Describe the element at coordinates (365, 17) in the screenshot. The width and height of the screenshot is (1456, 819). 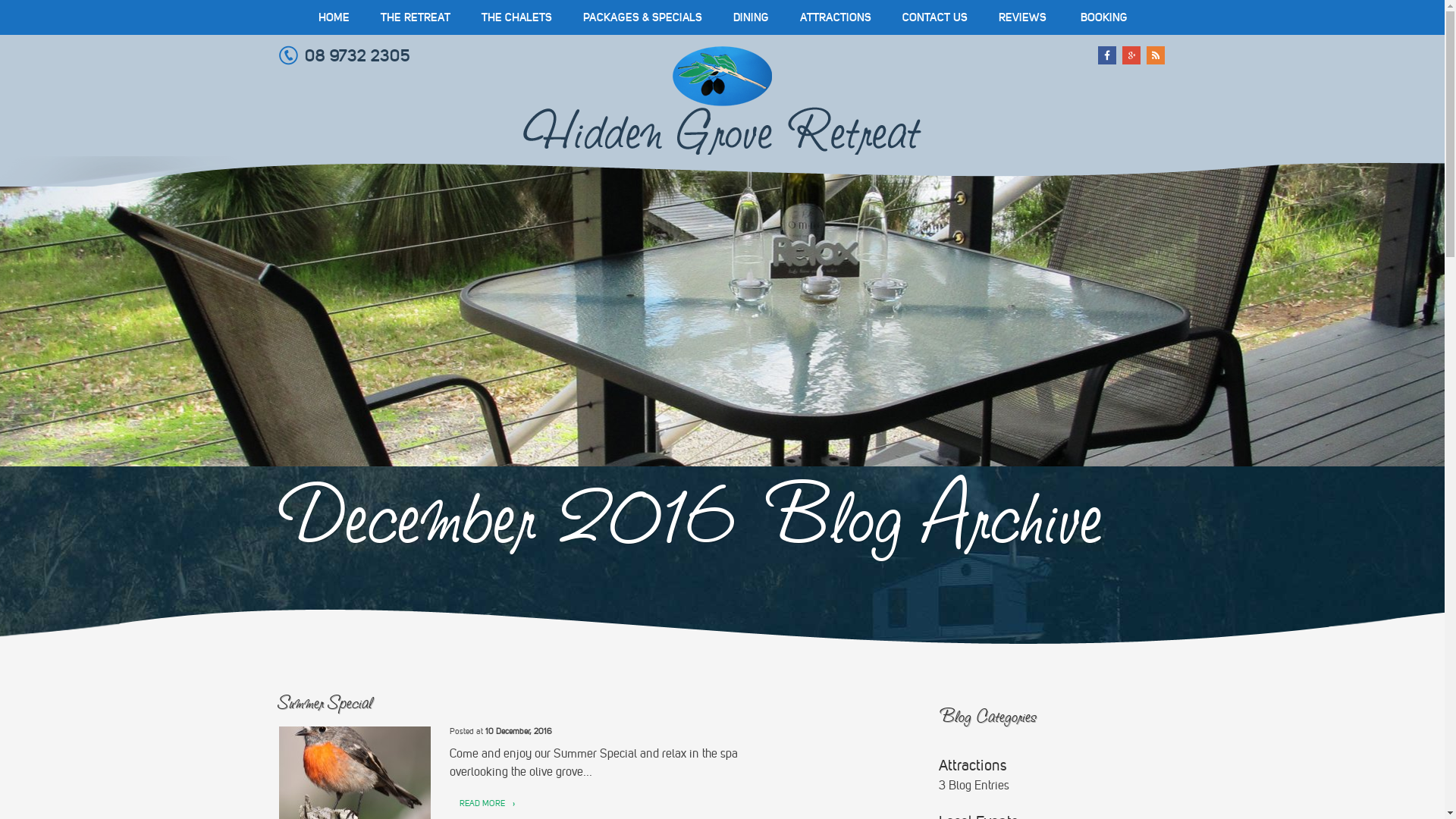
I see `'THE RETREAT'` at that location.